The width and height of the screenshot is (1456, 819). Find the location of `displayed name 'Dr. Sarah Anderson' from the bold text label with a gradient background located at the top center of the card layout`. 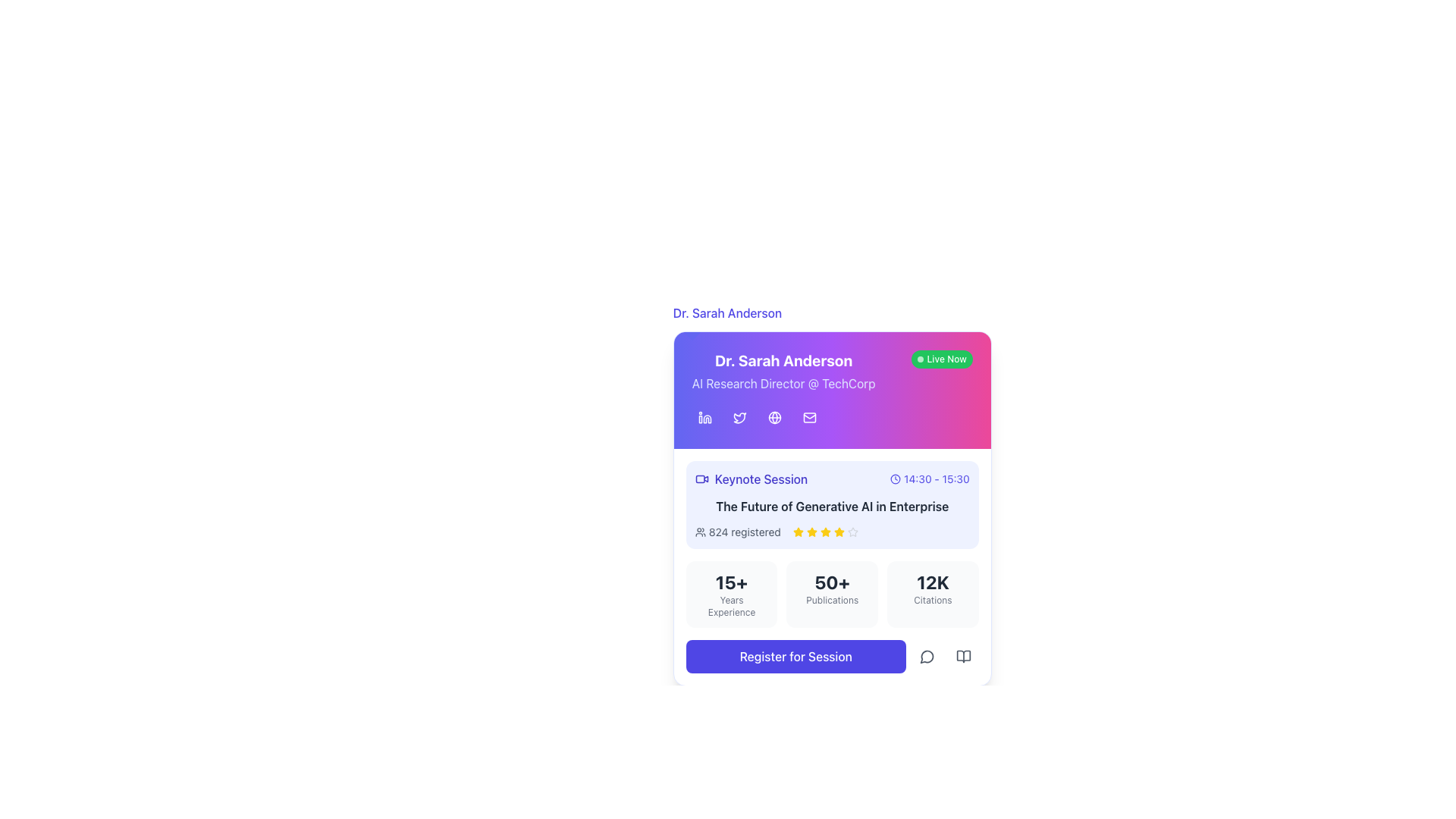

displayed name 'Dr. Sarah Anderson' from the bold text label with a gradient background located at the top center of the card layout is located at coordinates (783, 360).